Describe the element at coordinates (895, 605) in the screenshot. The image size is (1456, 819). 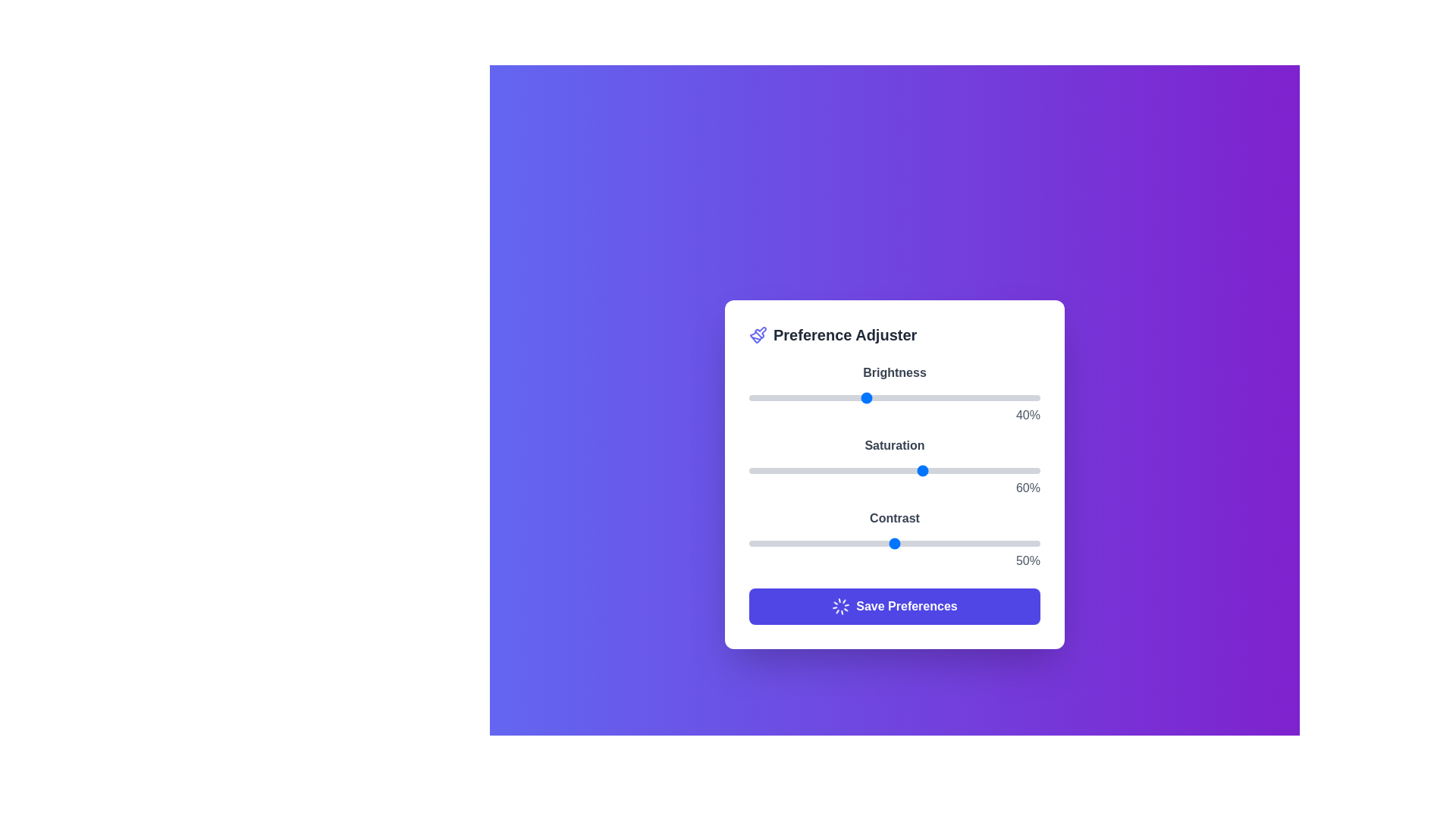
I see `'Save Preferences' button` at that location.